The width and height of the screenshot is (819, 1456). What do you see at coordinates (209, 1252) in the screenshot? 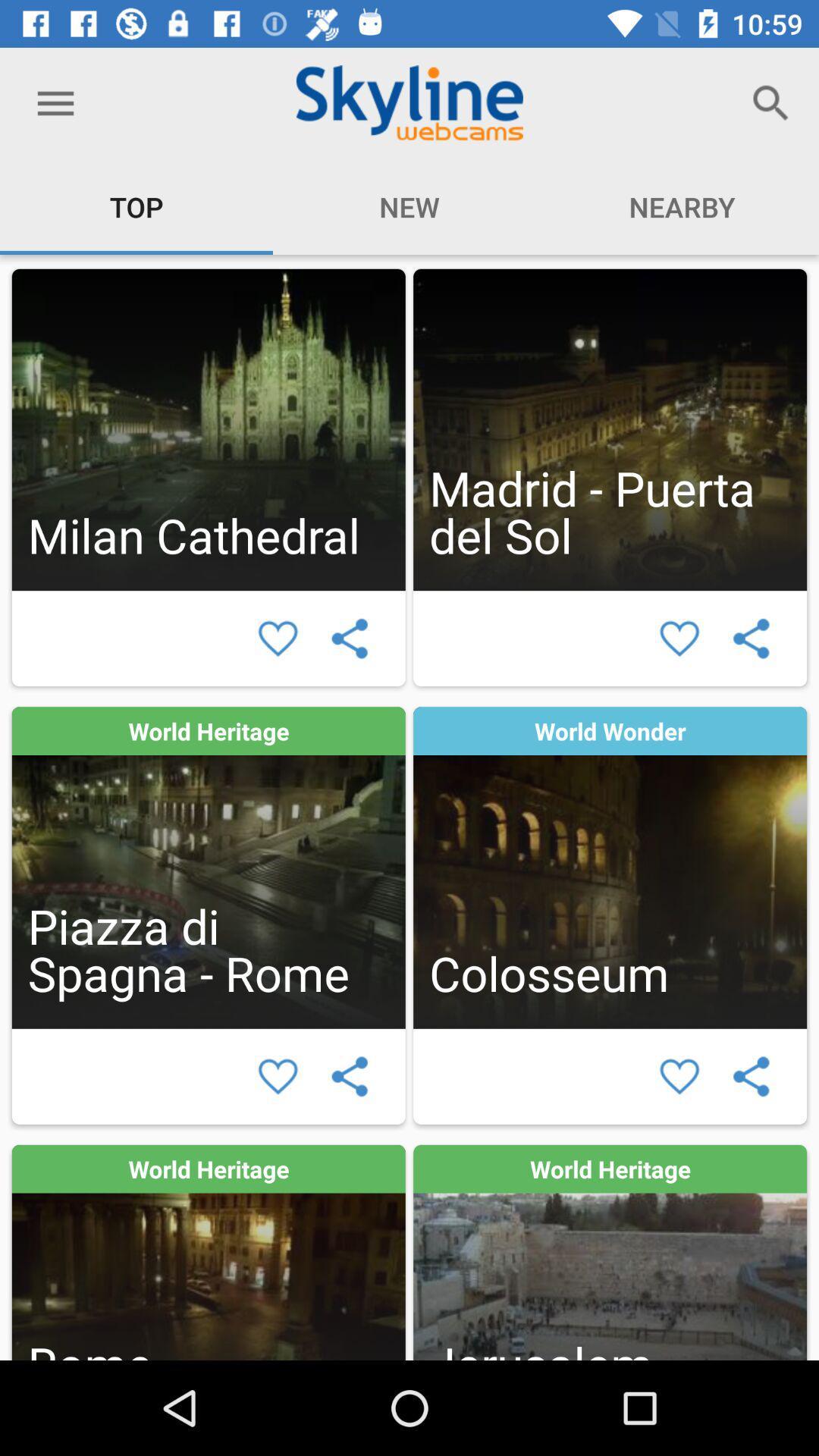
I see `click for more` at bounding box center [209, 1252].